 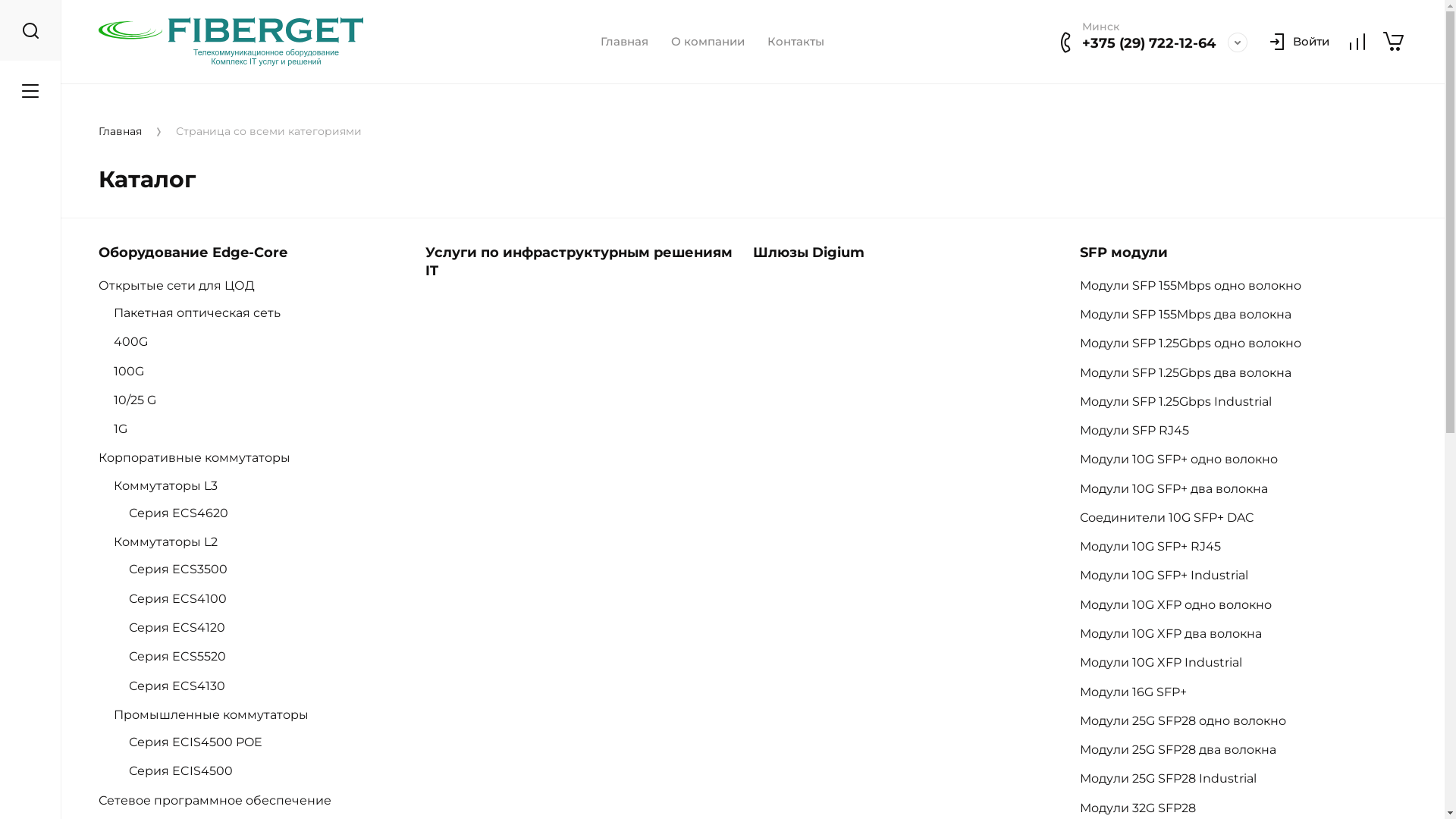 I want to click on '1G', so click(x=127, y=428).